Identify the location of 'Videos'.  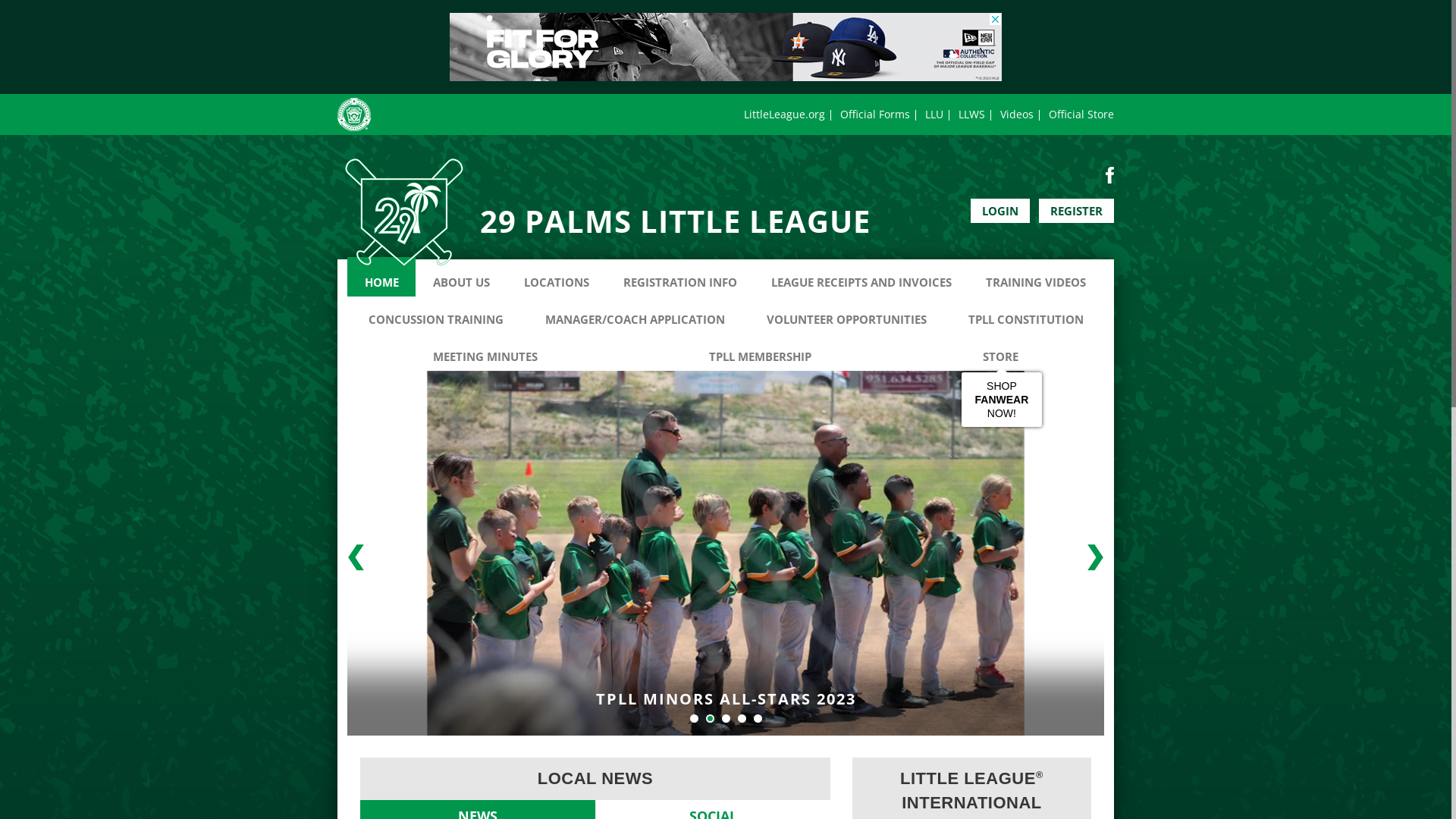
(1016, 113).